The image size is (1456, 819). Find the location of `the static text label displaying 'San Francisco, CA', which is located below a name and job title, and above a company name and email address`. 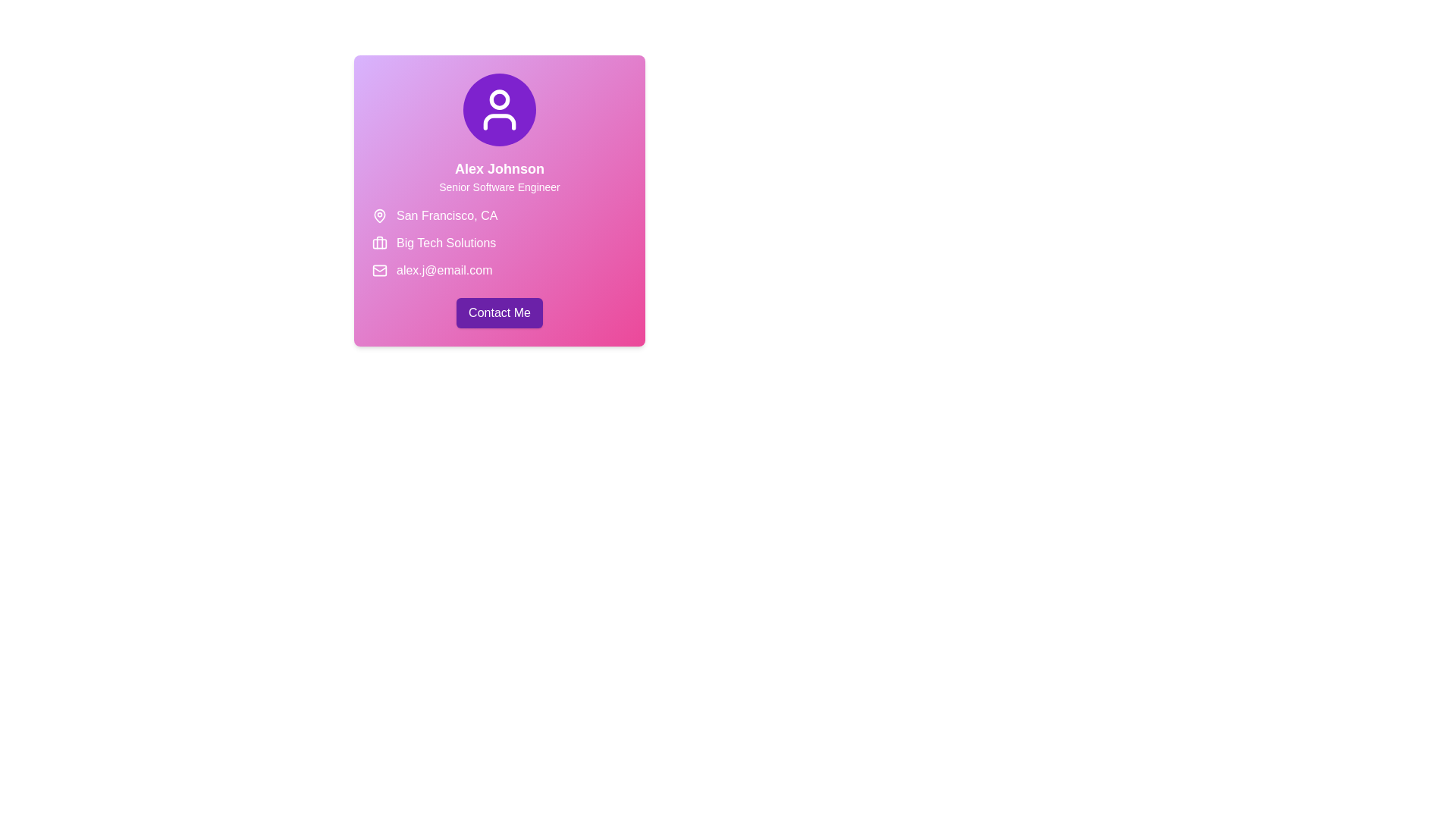

the static text label displaying 'San Francisco, CA', which is located below a name and job title, and above a company name and email address is located at coordinates (446, 216).